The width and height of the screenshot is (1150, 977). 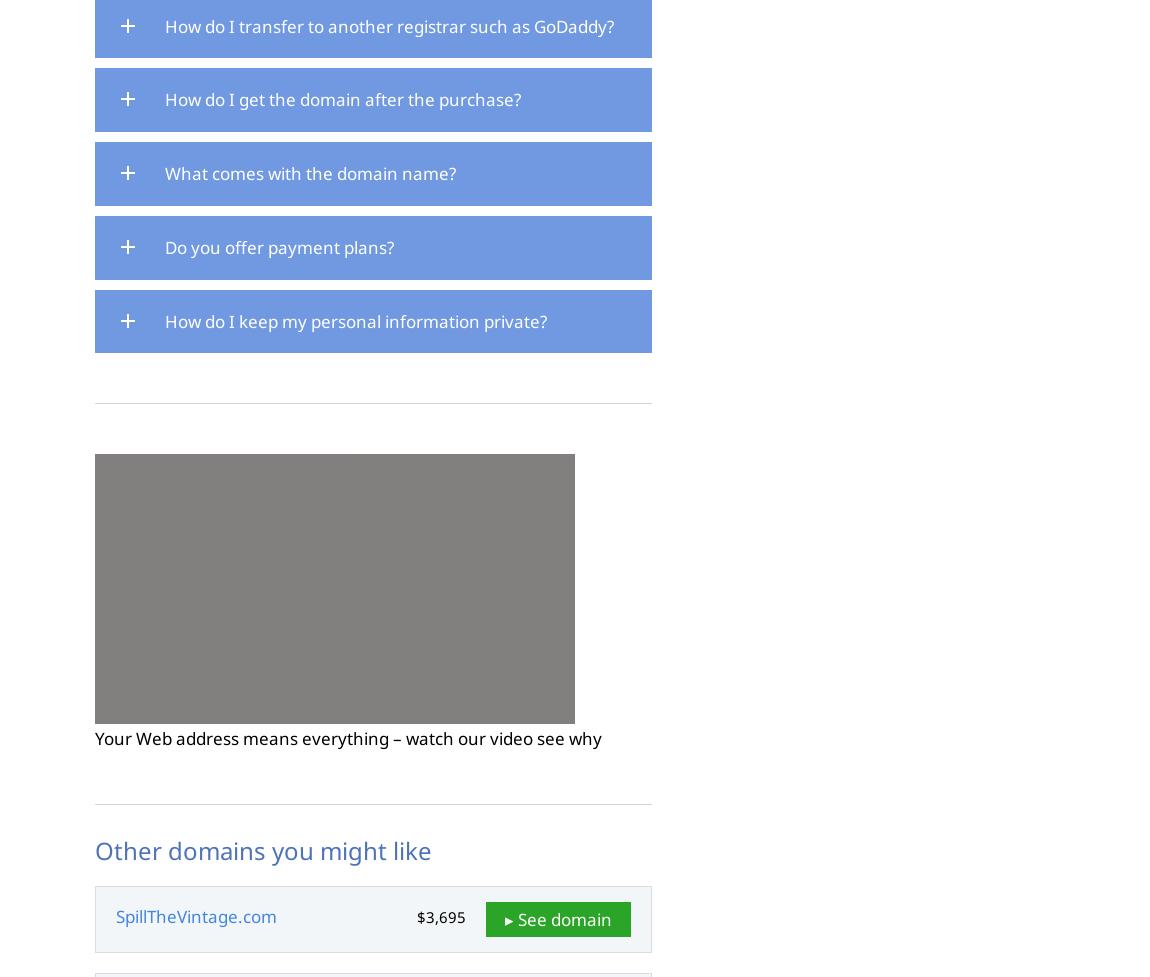 What do you see at coordinates (348, 738) in the screenshot?
I see `'Your Web address means everything – watch our video see why'` at bounding box center [348, 738].